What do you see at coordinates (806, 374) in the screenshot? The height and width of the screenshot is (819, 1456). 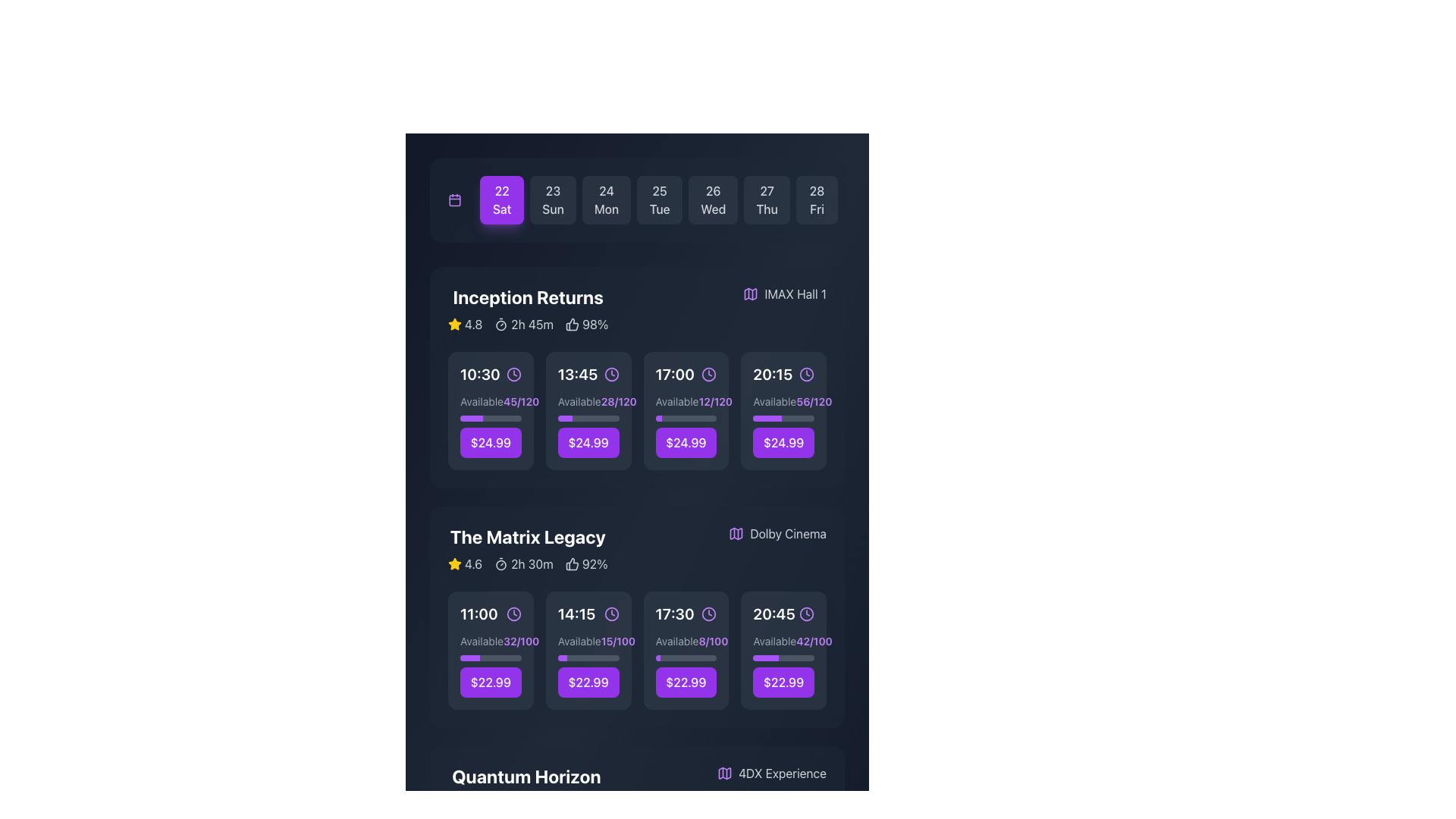 I see `the clock icon represented by the SVG circle element next to the time '20:15' in the 'Inception Returns' section` at bounding box center [806, 374].